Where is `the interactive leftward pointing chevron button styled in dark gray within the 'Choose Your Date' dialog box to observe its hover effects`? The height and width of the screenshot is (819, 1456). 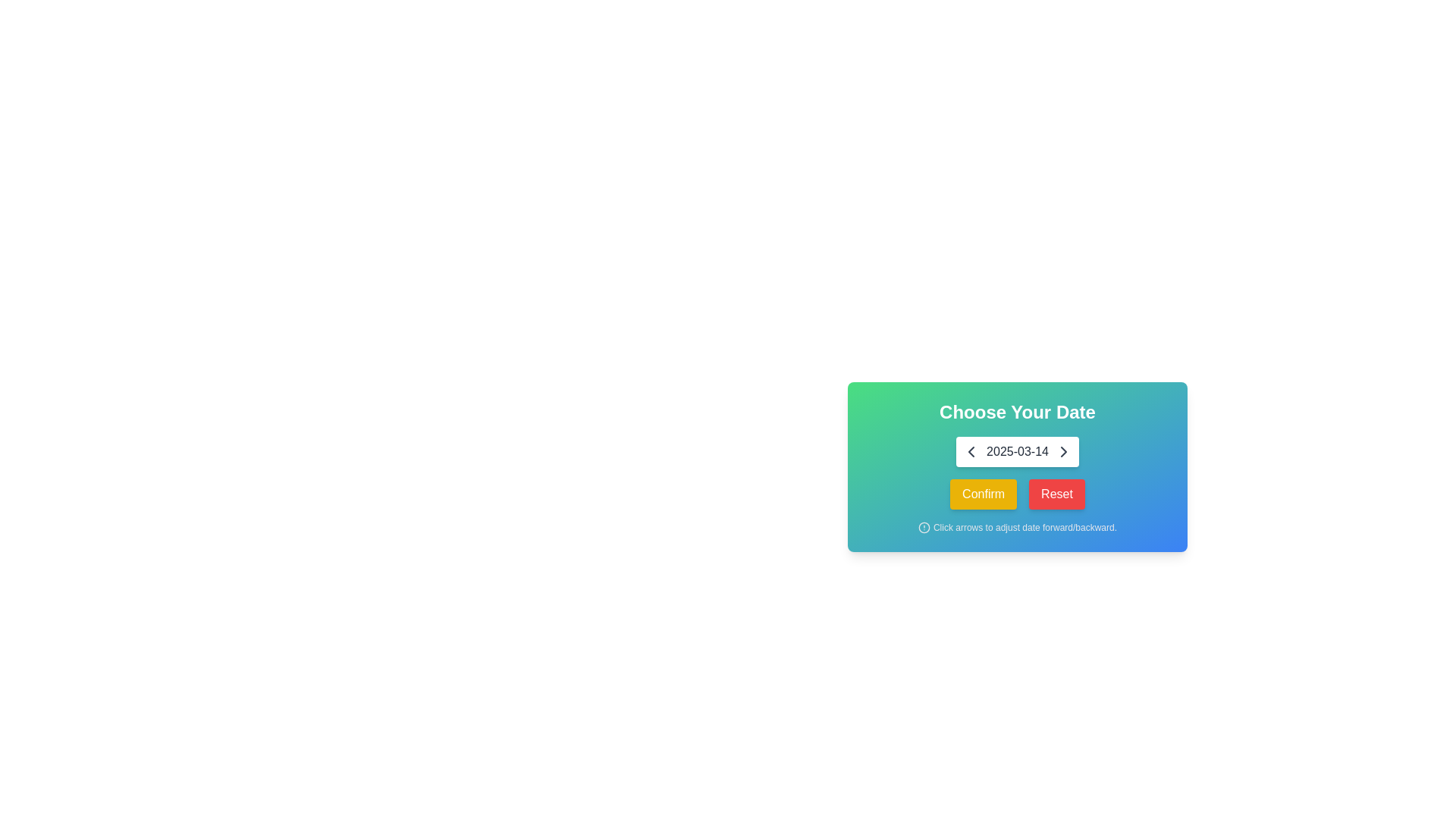
the interactive leftward pointing chevron button styled in dark gray within the 'Choose Your Date' dialog box to observe its hover effects is located at coordinates (971, 451).